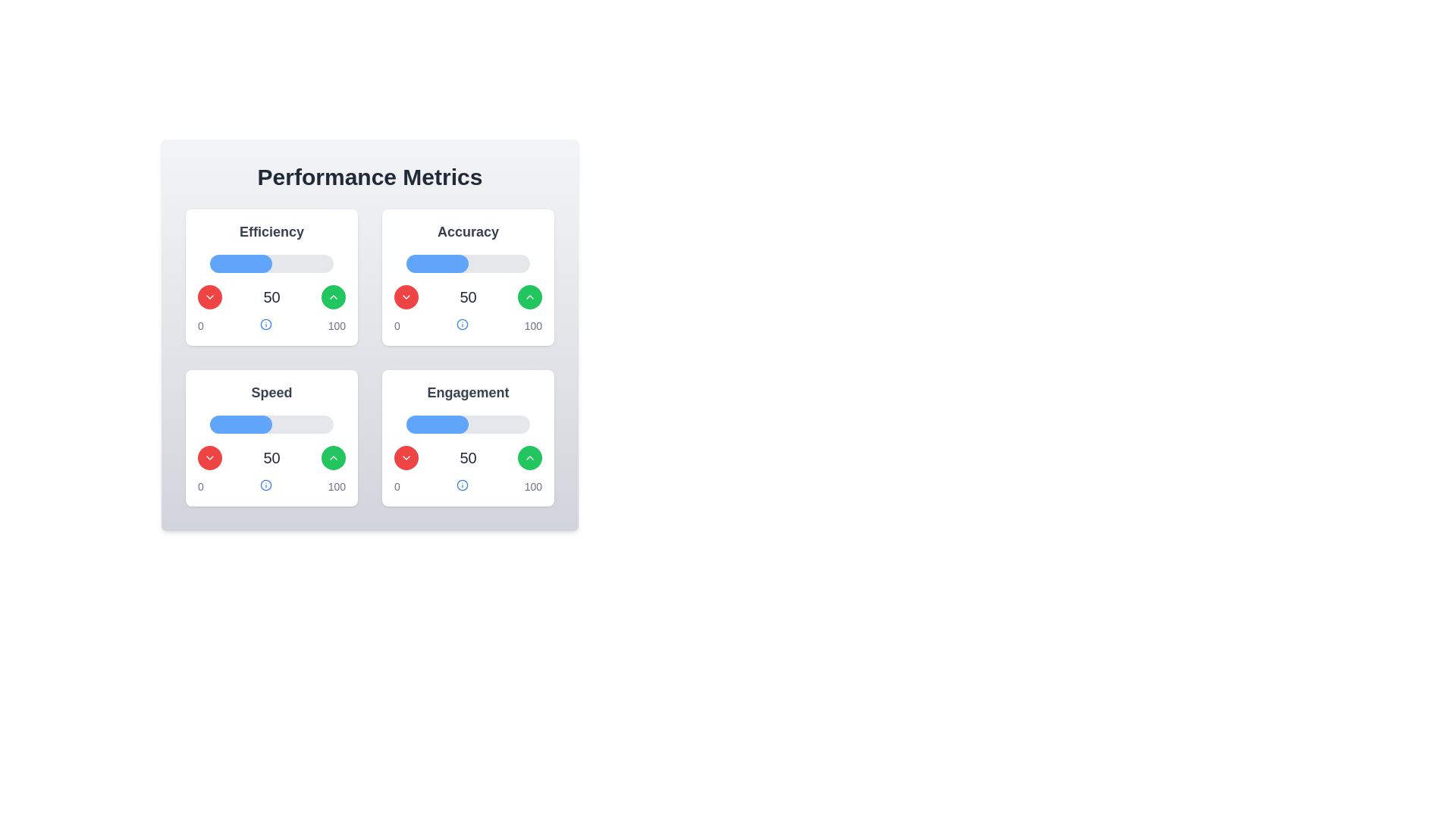  What do you see at coordinates (289, 424) in the screenshot?
I see `the progress bar or slider` at bounding box center [289, 424].